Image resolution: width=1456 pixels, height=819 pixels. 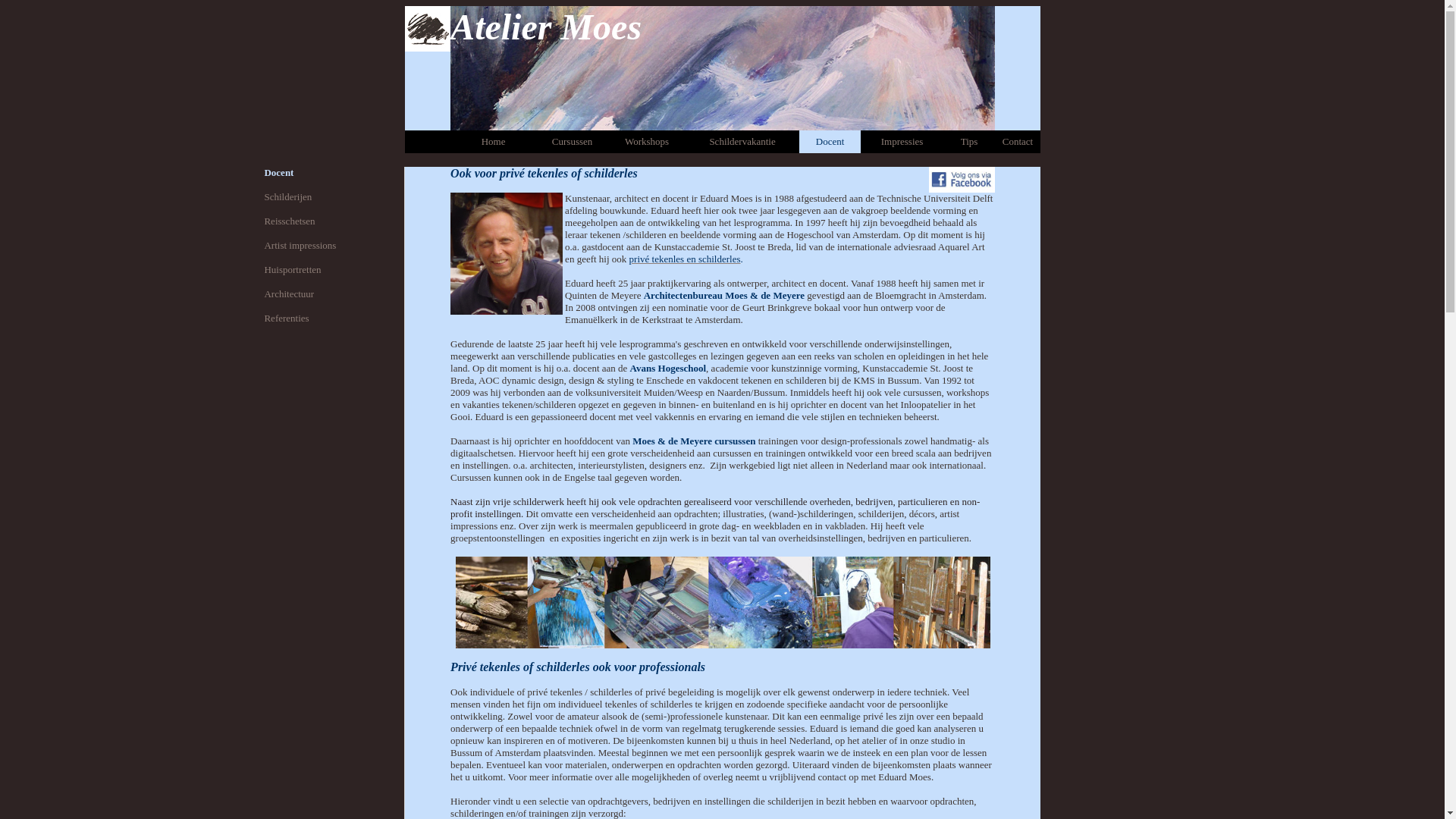 I want to click on 'Home', so click(x=480, y=141).